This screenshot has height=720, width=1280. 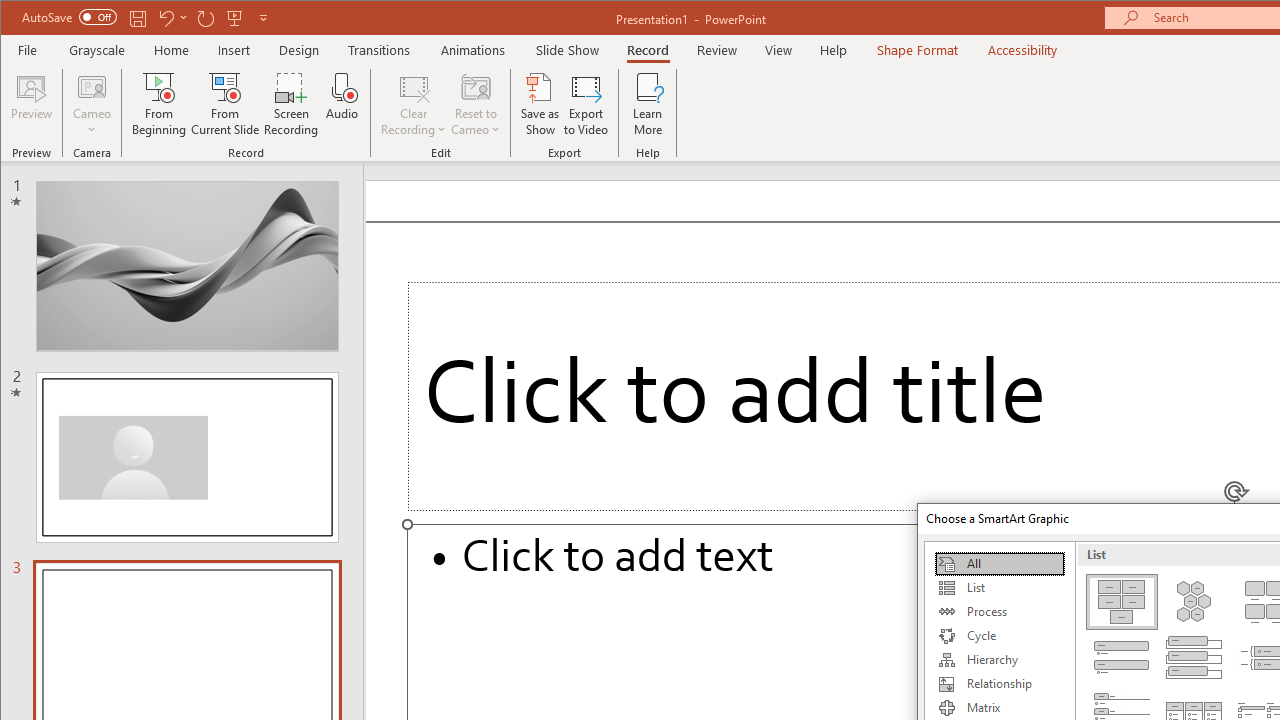 I want to click on 'From Current Slide...', so click(x=225, y=104).